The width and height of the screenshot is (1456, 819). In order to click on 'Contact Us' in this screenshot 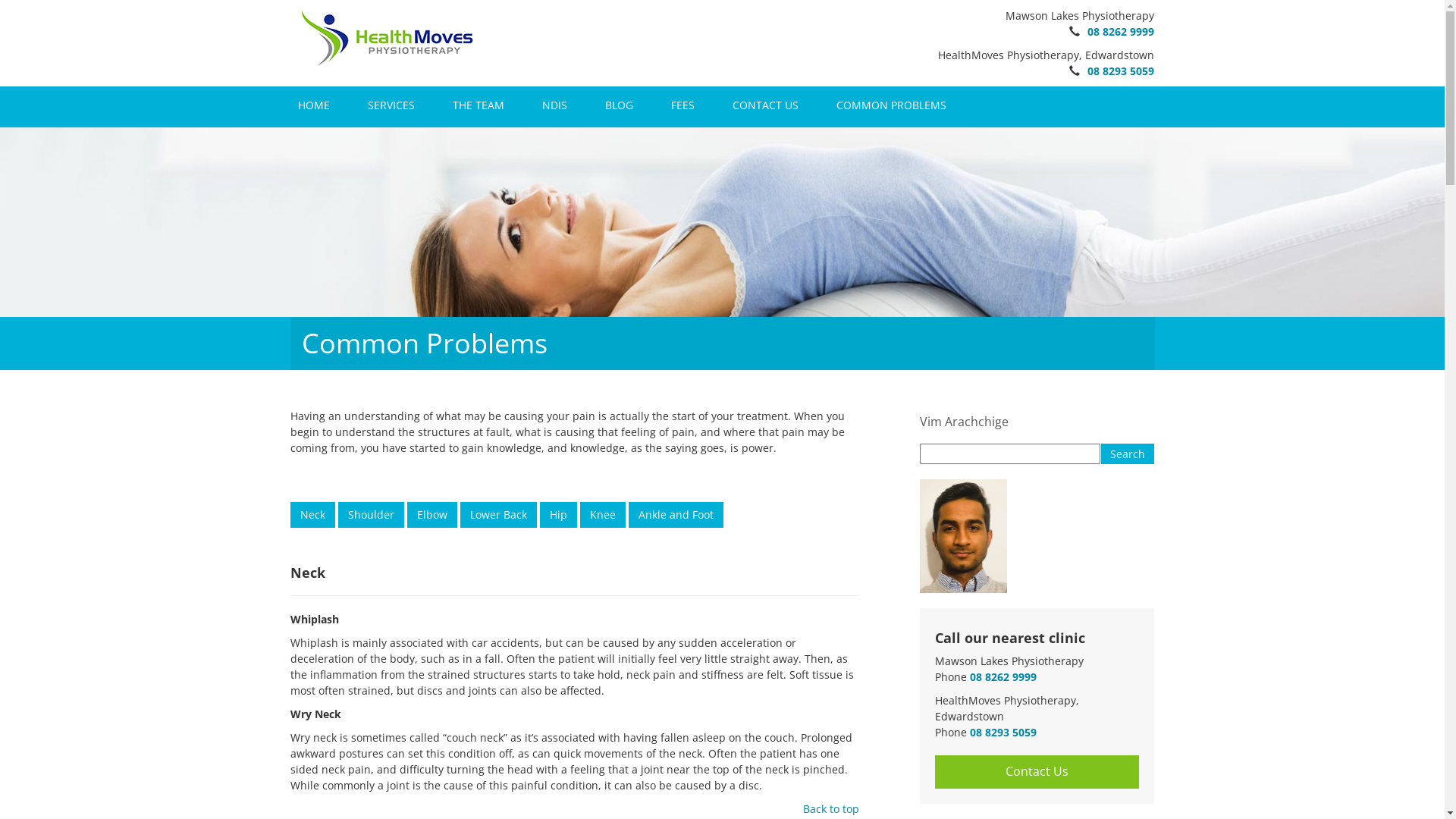, I will do `click(1036, 771)`.